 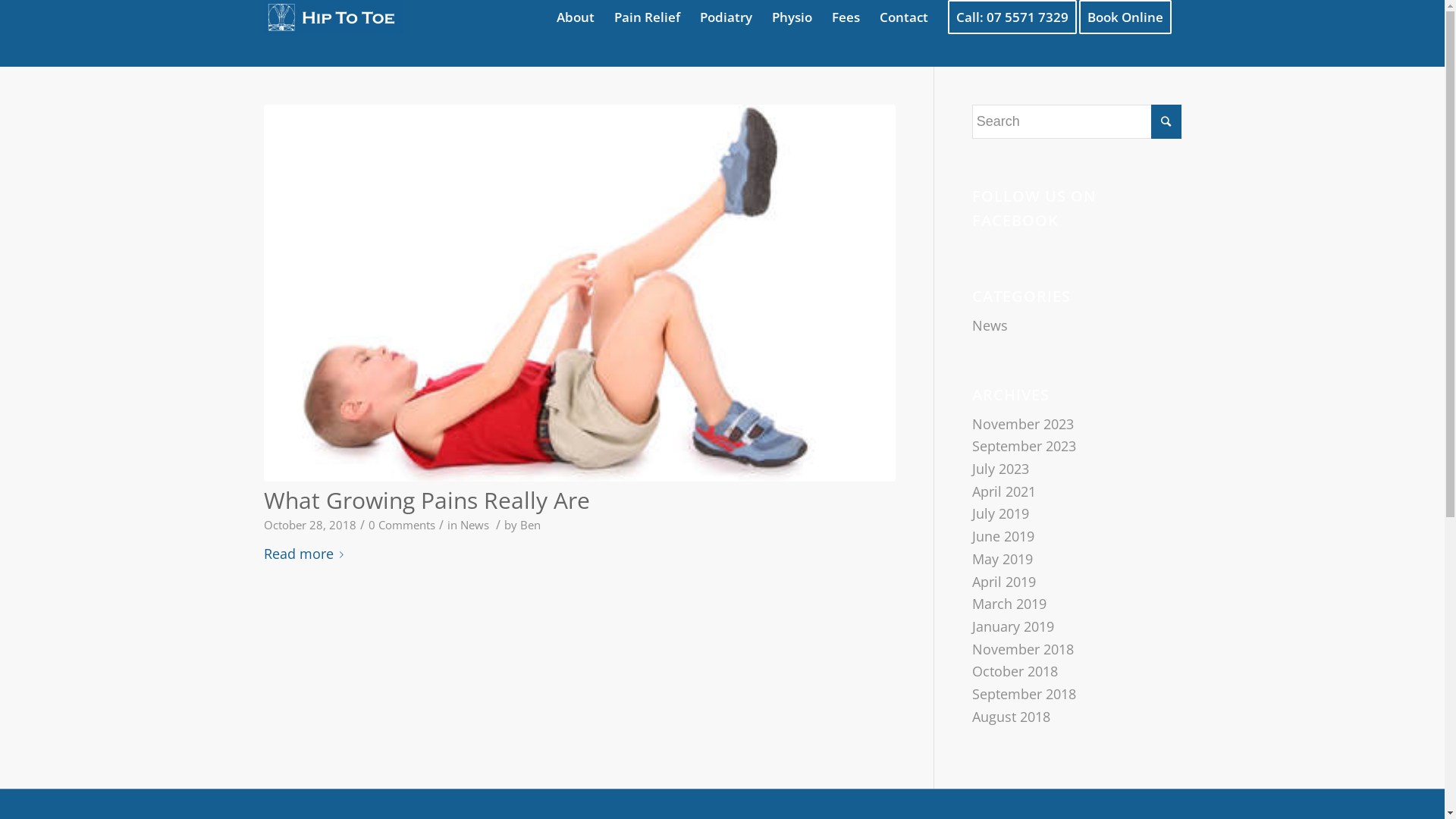 I want to click on 'Podiatry', so click(x=725, y=17).